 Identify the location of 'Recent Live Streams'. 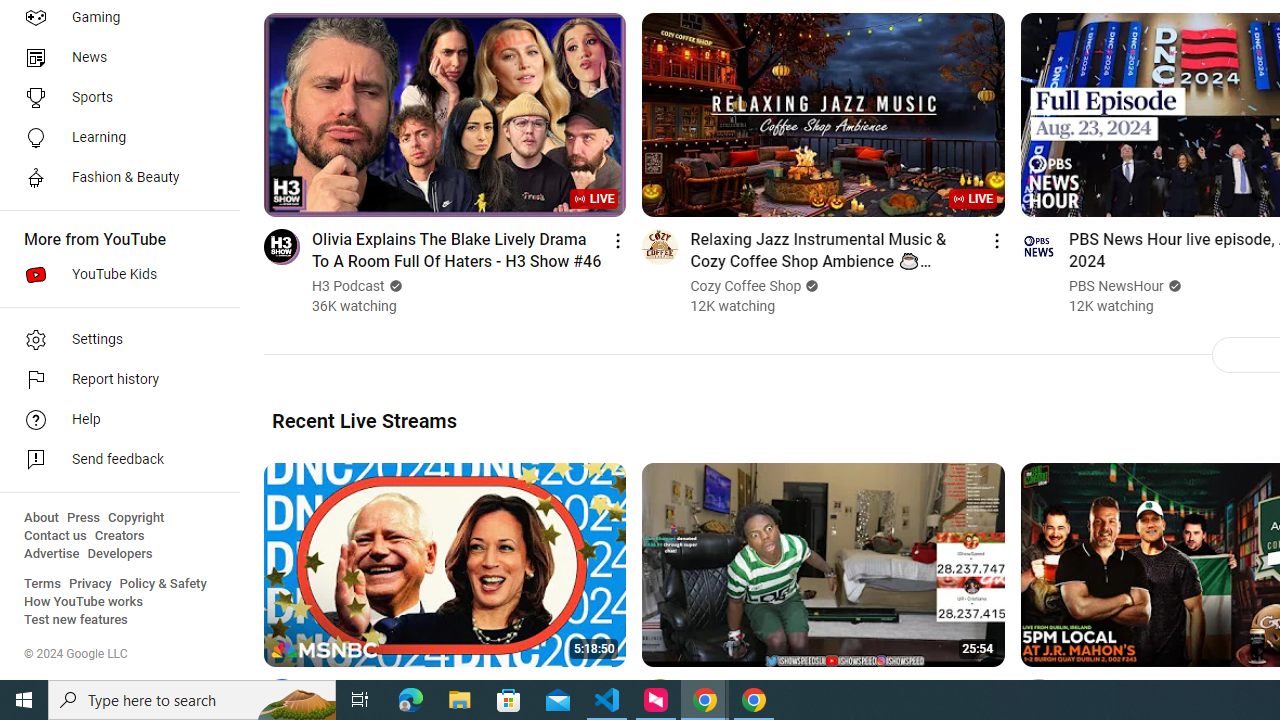
(364, 419).